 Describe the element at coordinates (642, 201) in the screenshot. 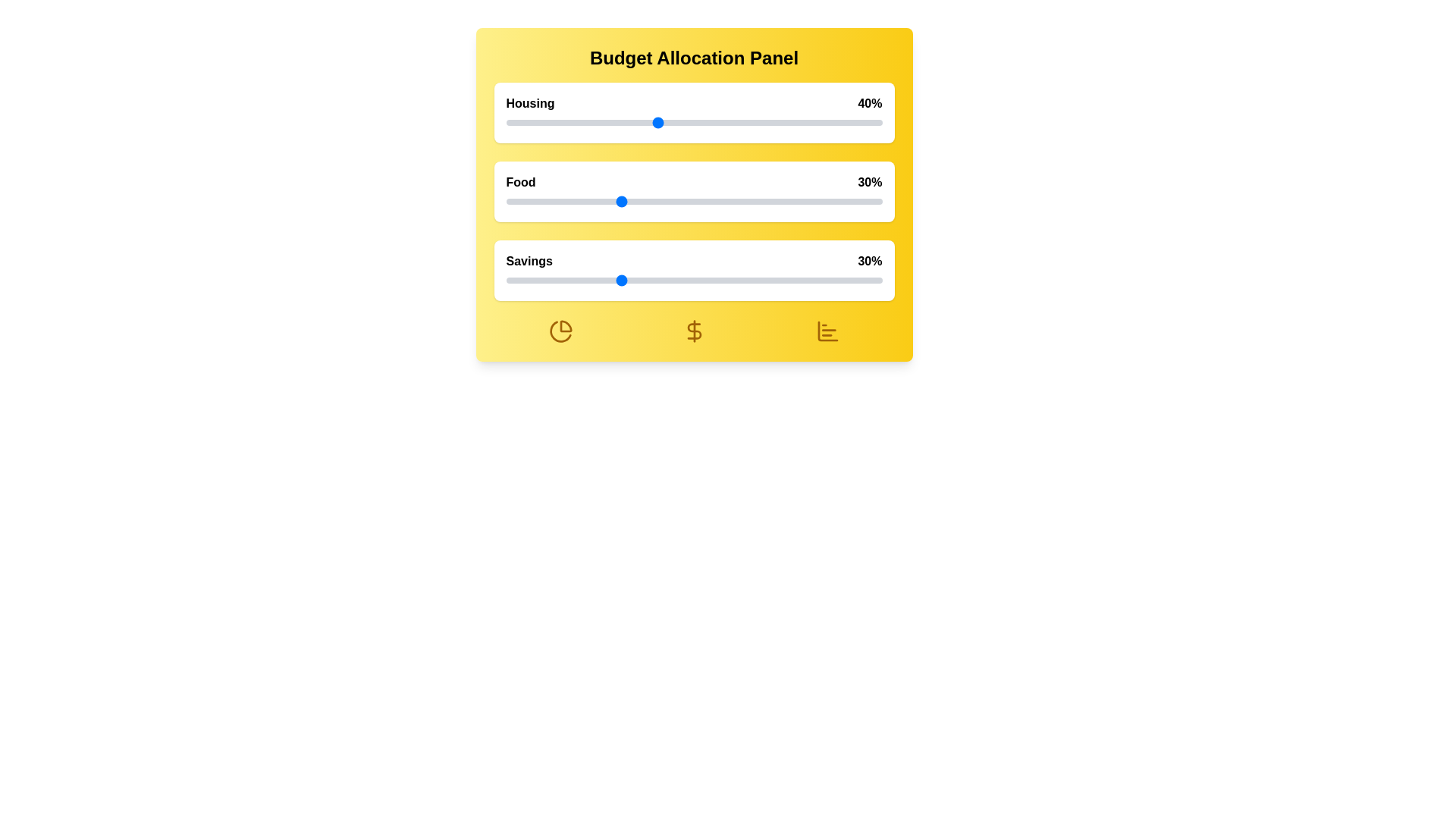

I see `the slider` at that location.